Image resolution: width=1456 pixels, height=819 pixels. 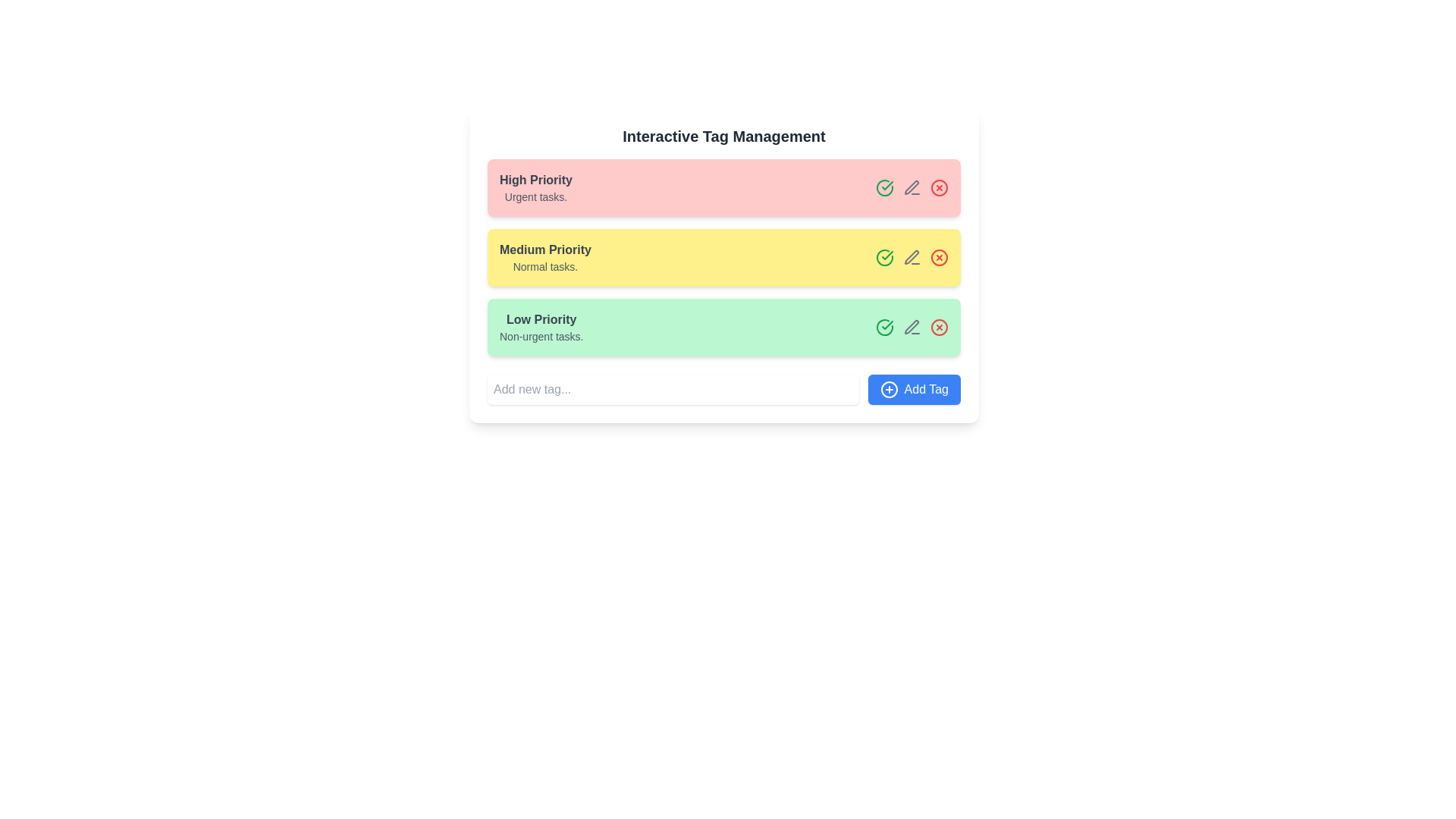 What do you see at coordinates (911, 326) in the screenshot?
I see `the edit icon graphic representing the 'Low Priority' tag, located between the green-check icon and the red cross icon` at bounding box center [911, 326].